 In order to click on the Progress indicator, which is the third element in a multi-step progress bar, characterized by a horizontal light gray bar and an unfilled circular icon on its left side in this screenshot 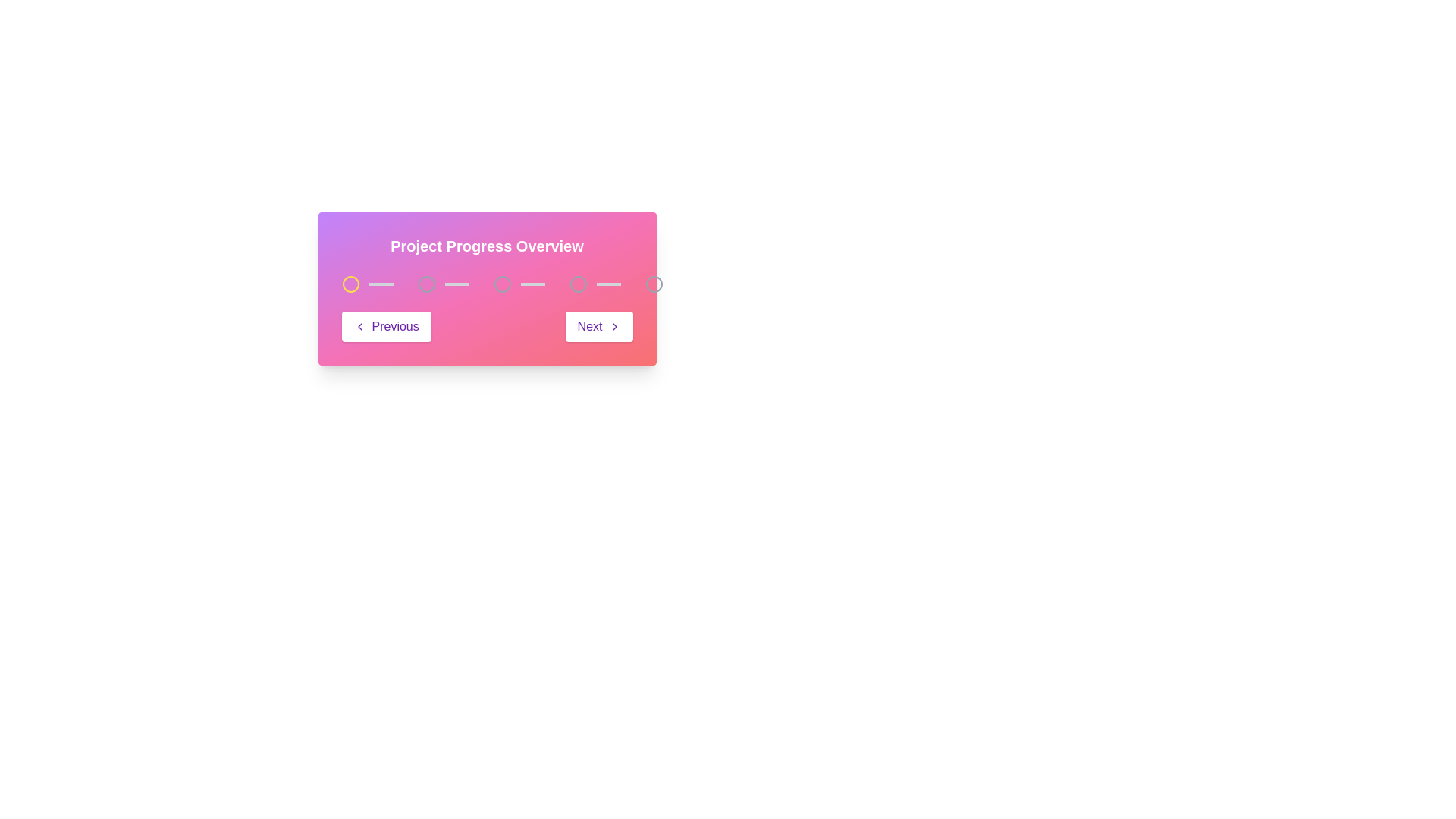, I will do `click(519, 284)`.